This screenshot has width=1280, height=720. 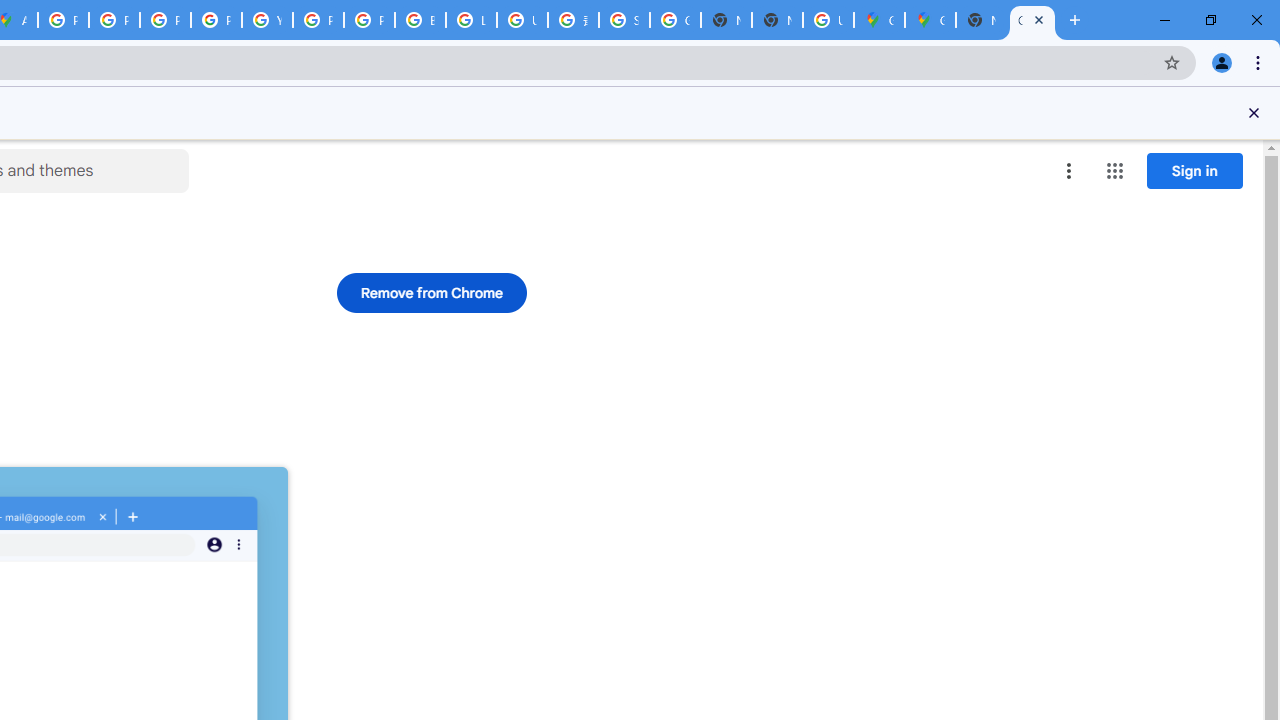 I want to click on 'More options menu', so click(x=1068, y=170).